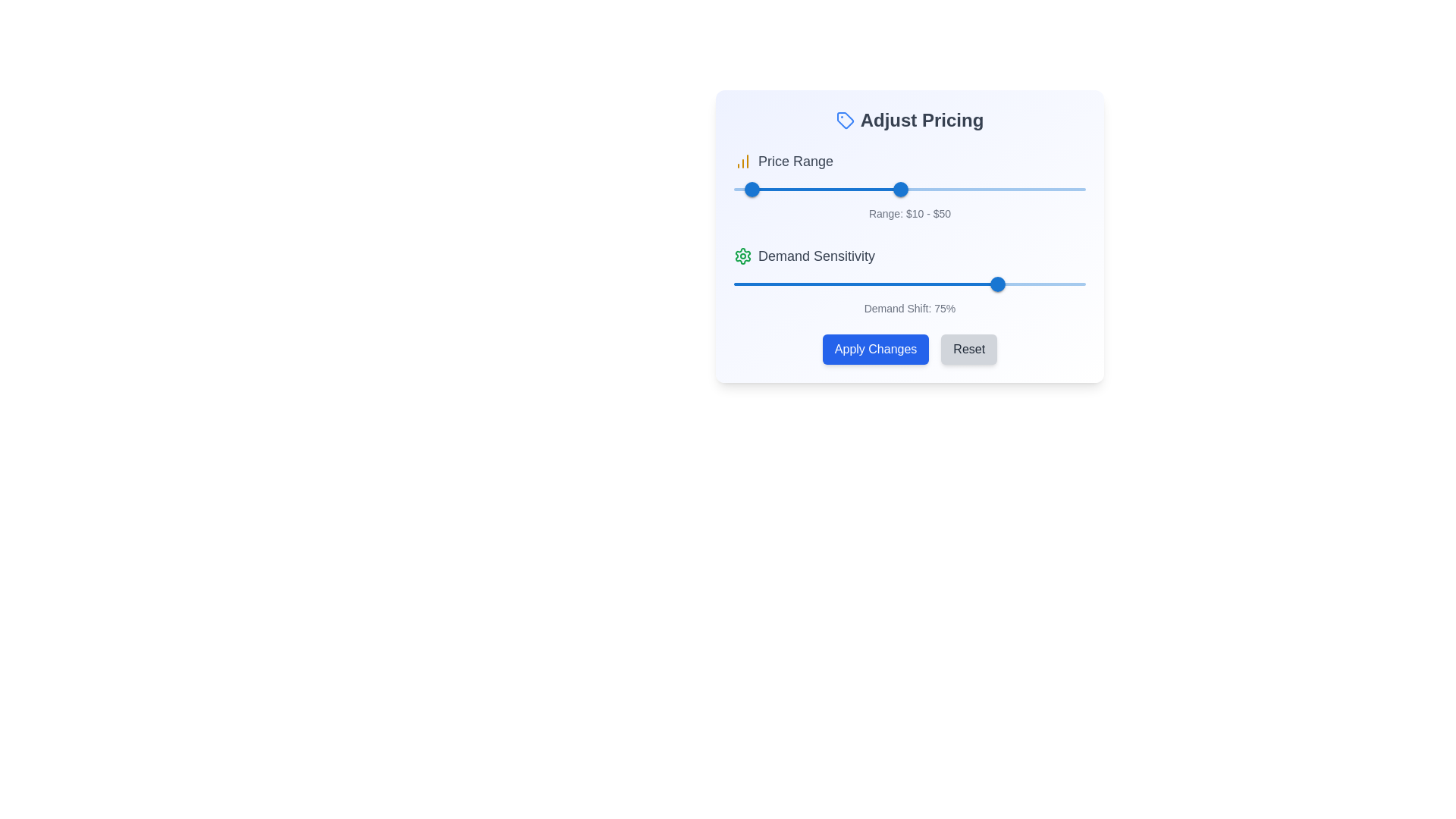 This screenshot has width=1456, height=819. Describe the element at coordinates (1067, 284) in the screenshot. I see `Demand Sensitivity` at that location.